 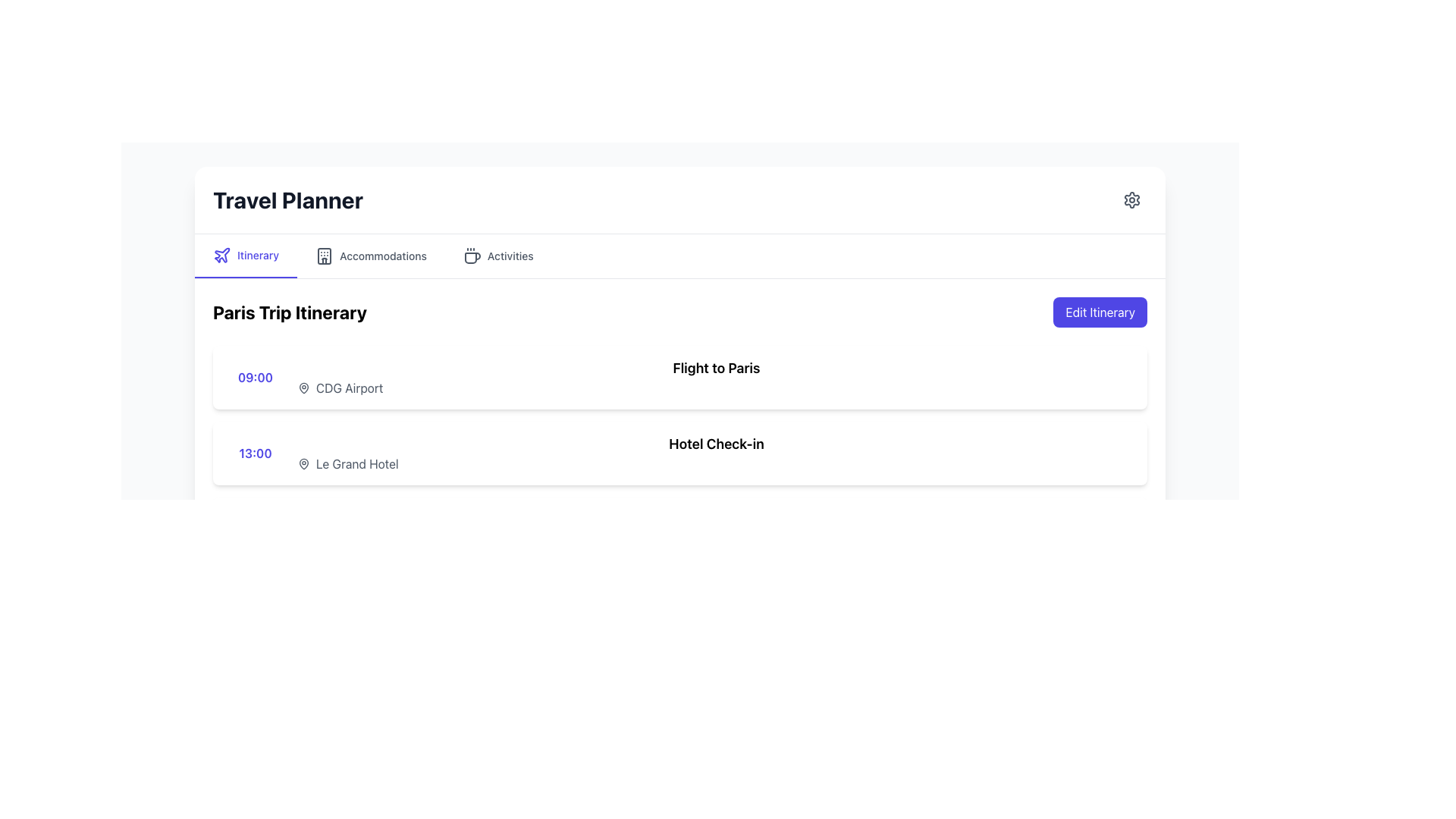 What do you see at coordinates (1131, 199) in the screenshot?
I see `the settings button located on the far-right side of the 'Travel Planner' header bar` at bounding box center [1131, 199].